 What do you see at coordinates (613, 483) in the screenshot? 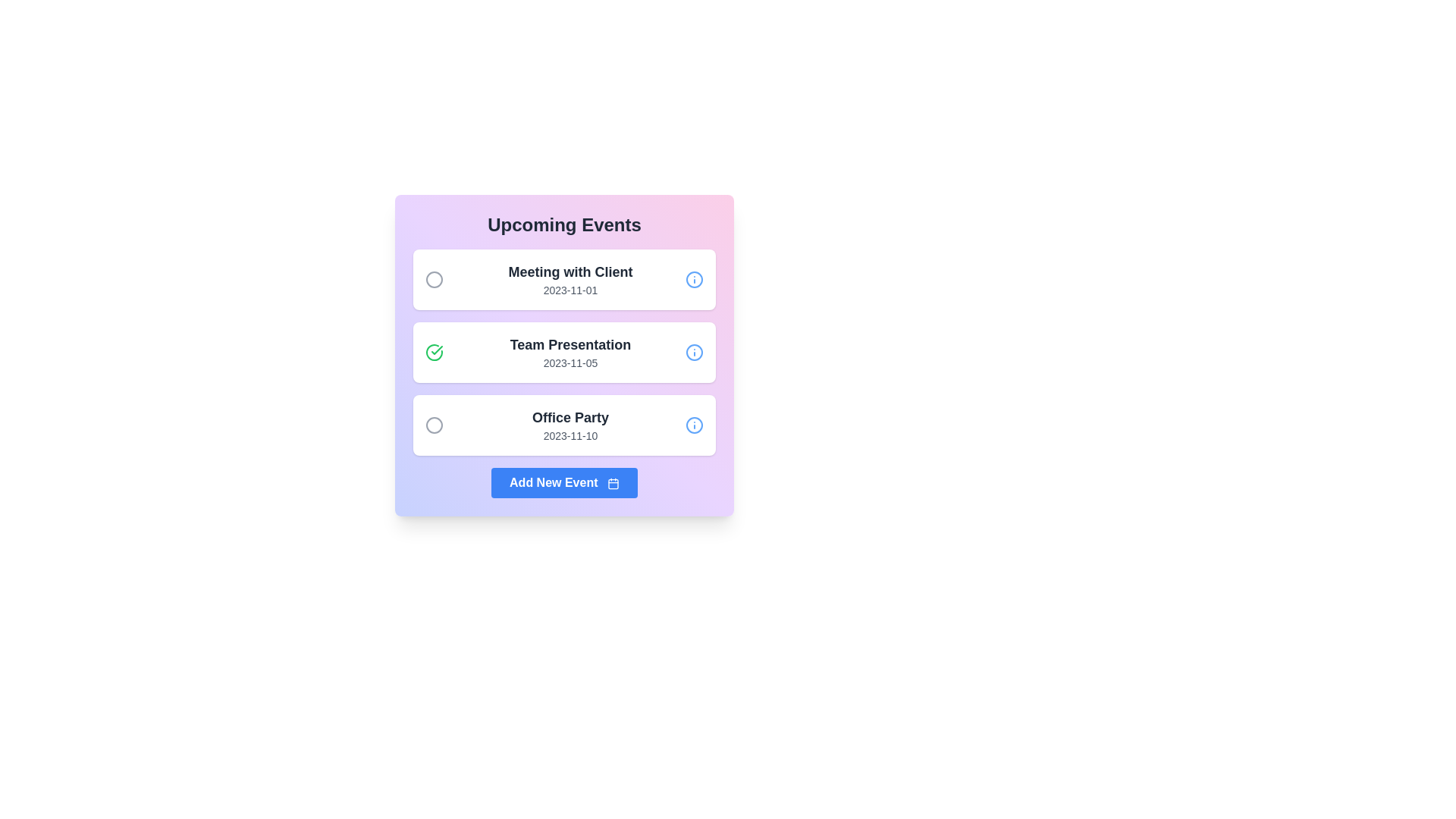
I see `the calendar icon located at the rightmost end of the 'Add New Event' button, which features a blue background and line art design` at bounding box center [613, 483].